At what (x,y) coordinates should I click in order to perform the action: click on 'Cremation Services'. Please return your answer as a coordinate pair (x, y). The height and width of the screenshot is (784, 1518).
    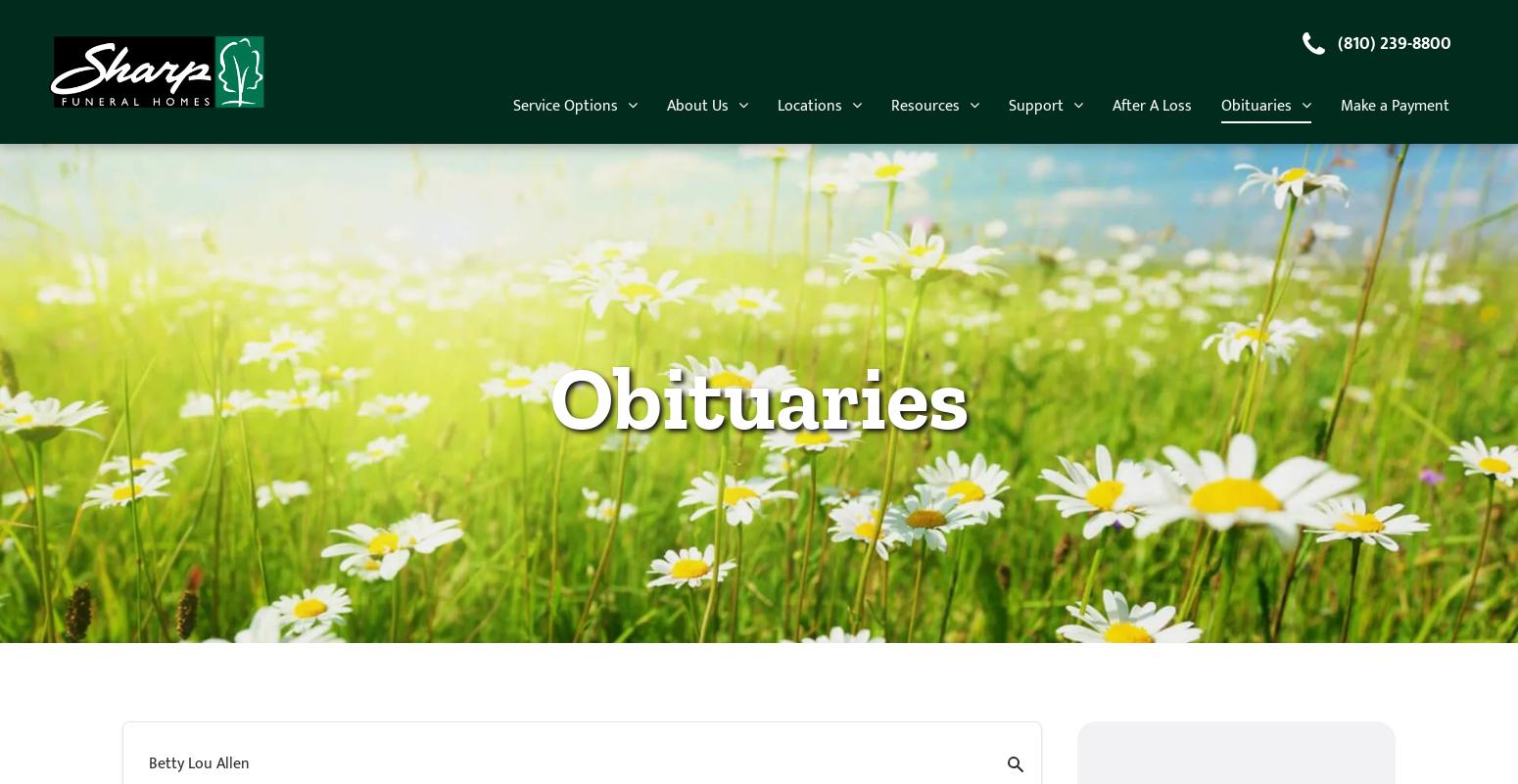
    Looking at the image, I should click on (742, 297).